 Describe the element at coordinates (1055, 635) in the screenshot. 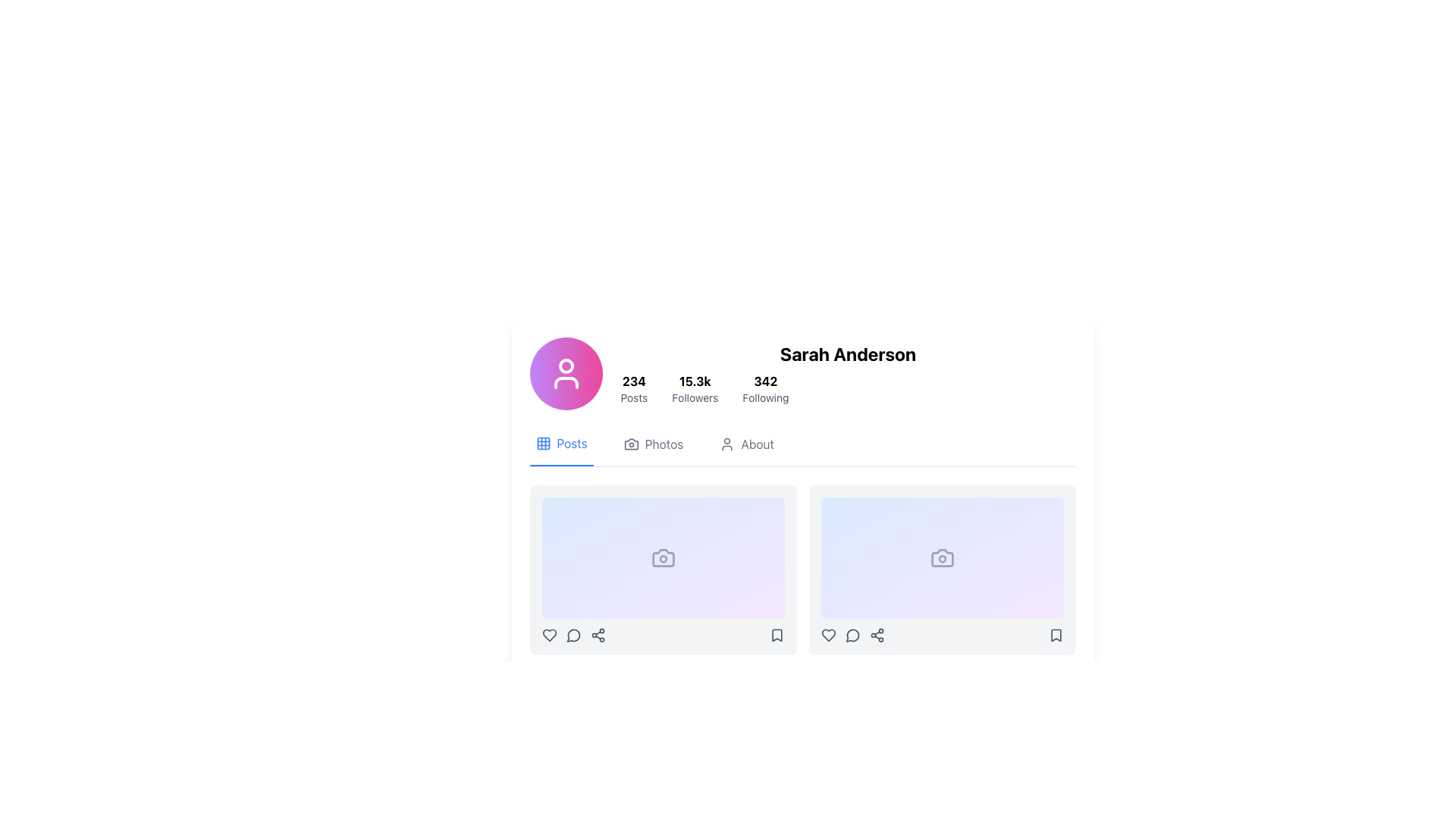

I see `the bookmark-shaped icon button located at the bottom-right corner of the second post on the page to observe the color transition effect from gray to yellow` at that location.